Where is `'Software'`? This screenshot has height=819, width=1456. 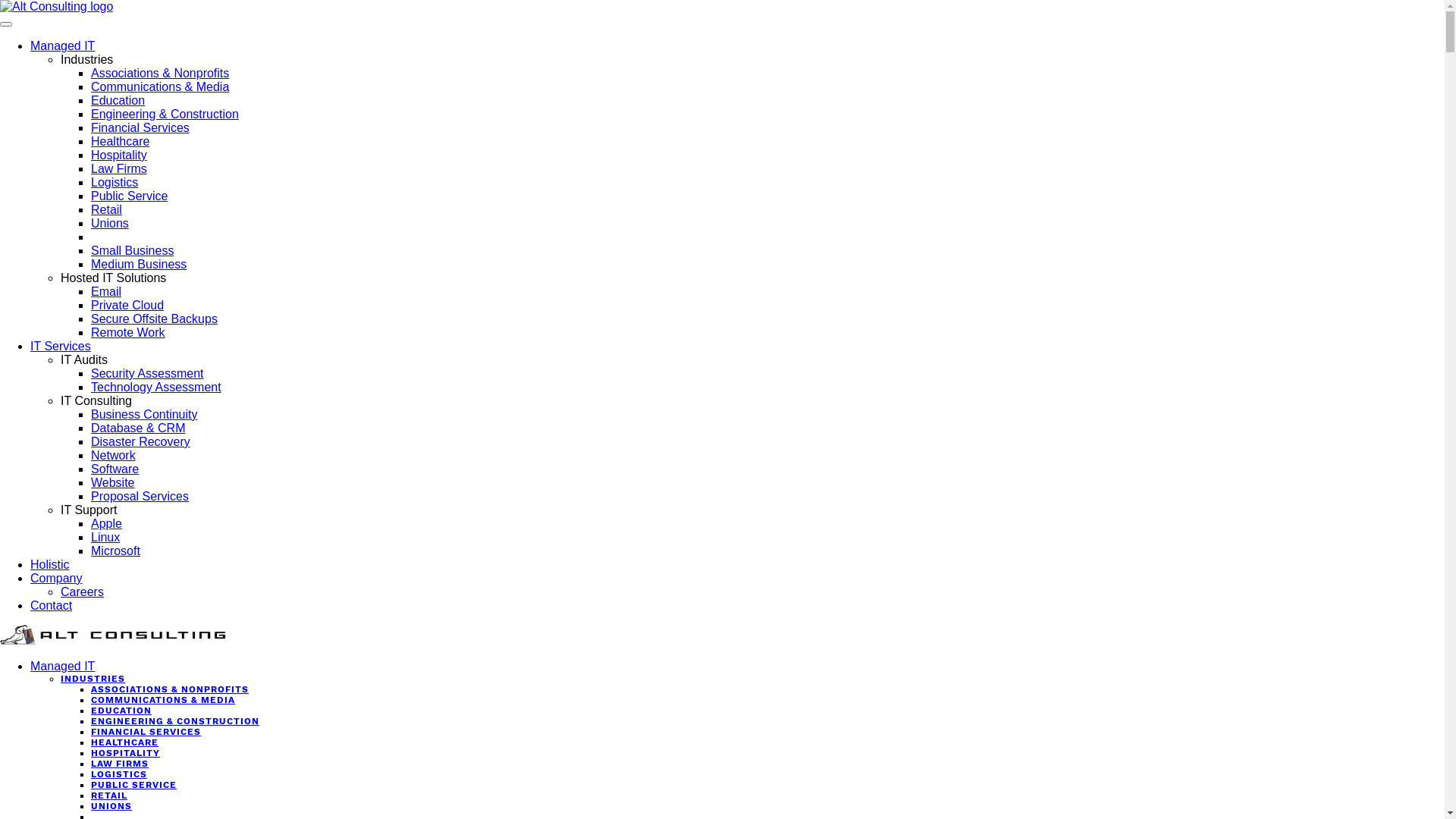 'Software' is located at coordinates (114, 468).